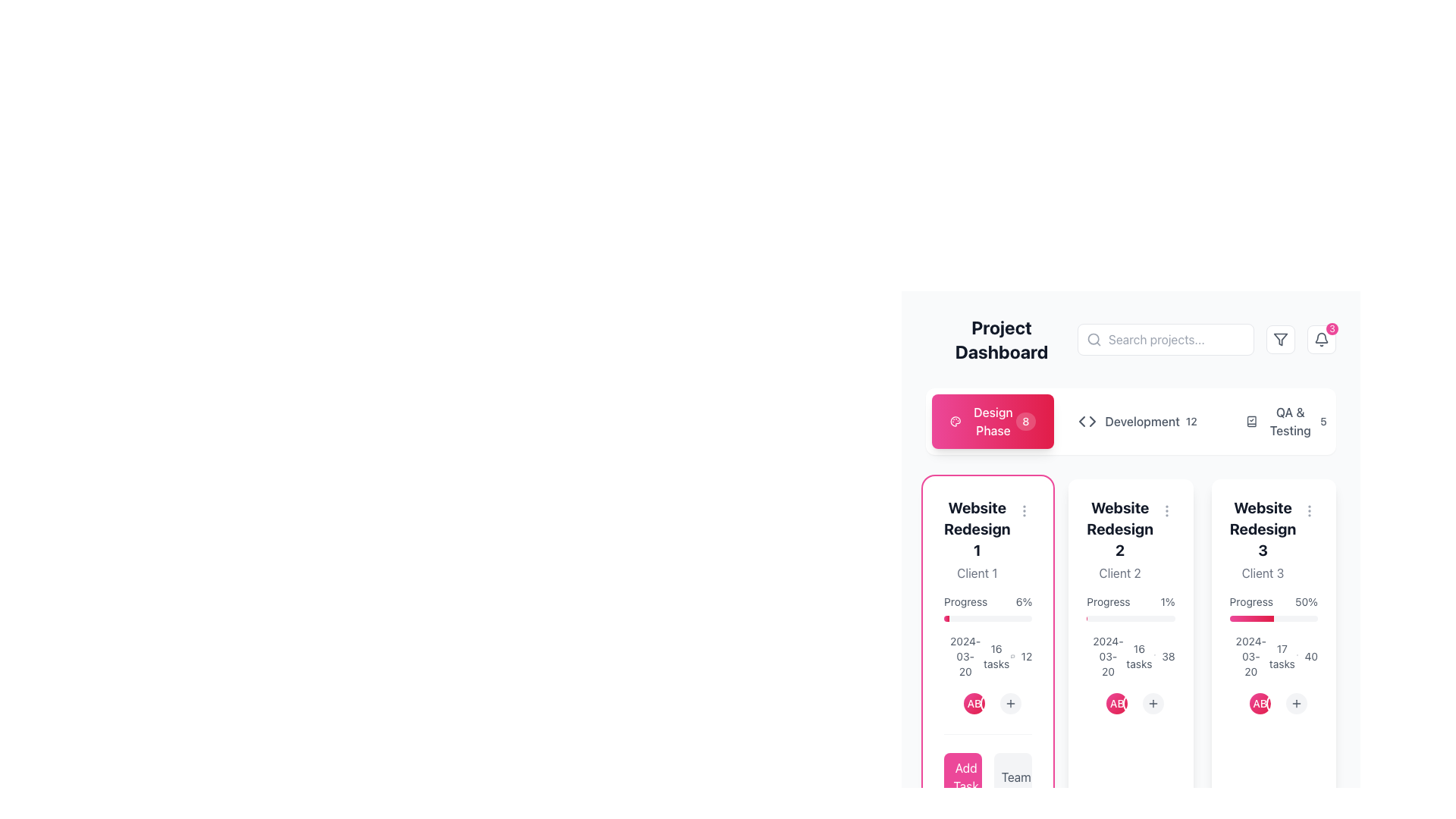 This screenshot has width=1456, height=819. I want to click on the static text label titled 'Website Redesign 2' located at the top-left quadrant of the card in the second column, so click(1120, 529).